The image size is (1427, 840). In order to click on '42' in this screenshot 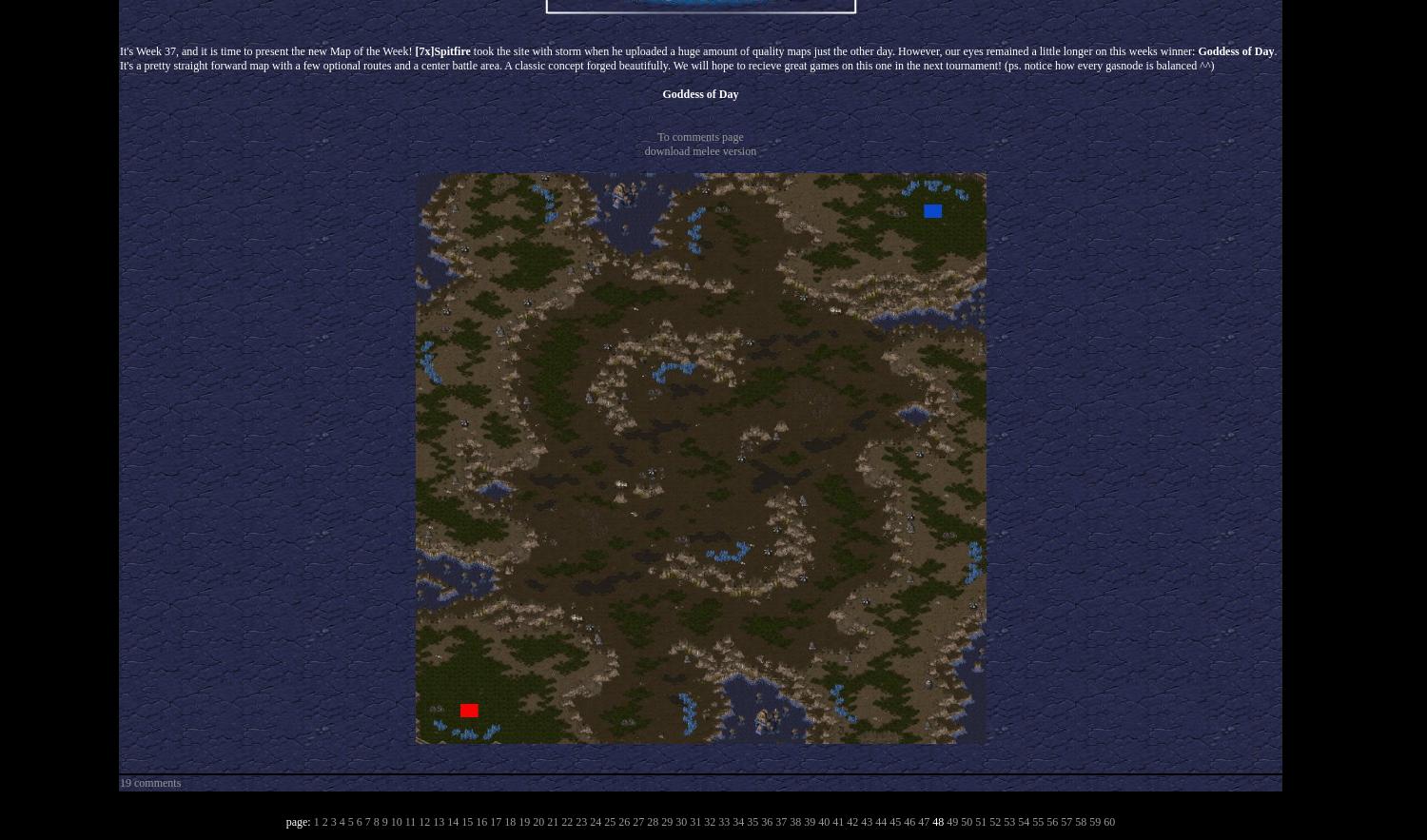, I will do `click(851, 821)`.